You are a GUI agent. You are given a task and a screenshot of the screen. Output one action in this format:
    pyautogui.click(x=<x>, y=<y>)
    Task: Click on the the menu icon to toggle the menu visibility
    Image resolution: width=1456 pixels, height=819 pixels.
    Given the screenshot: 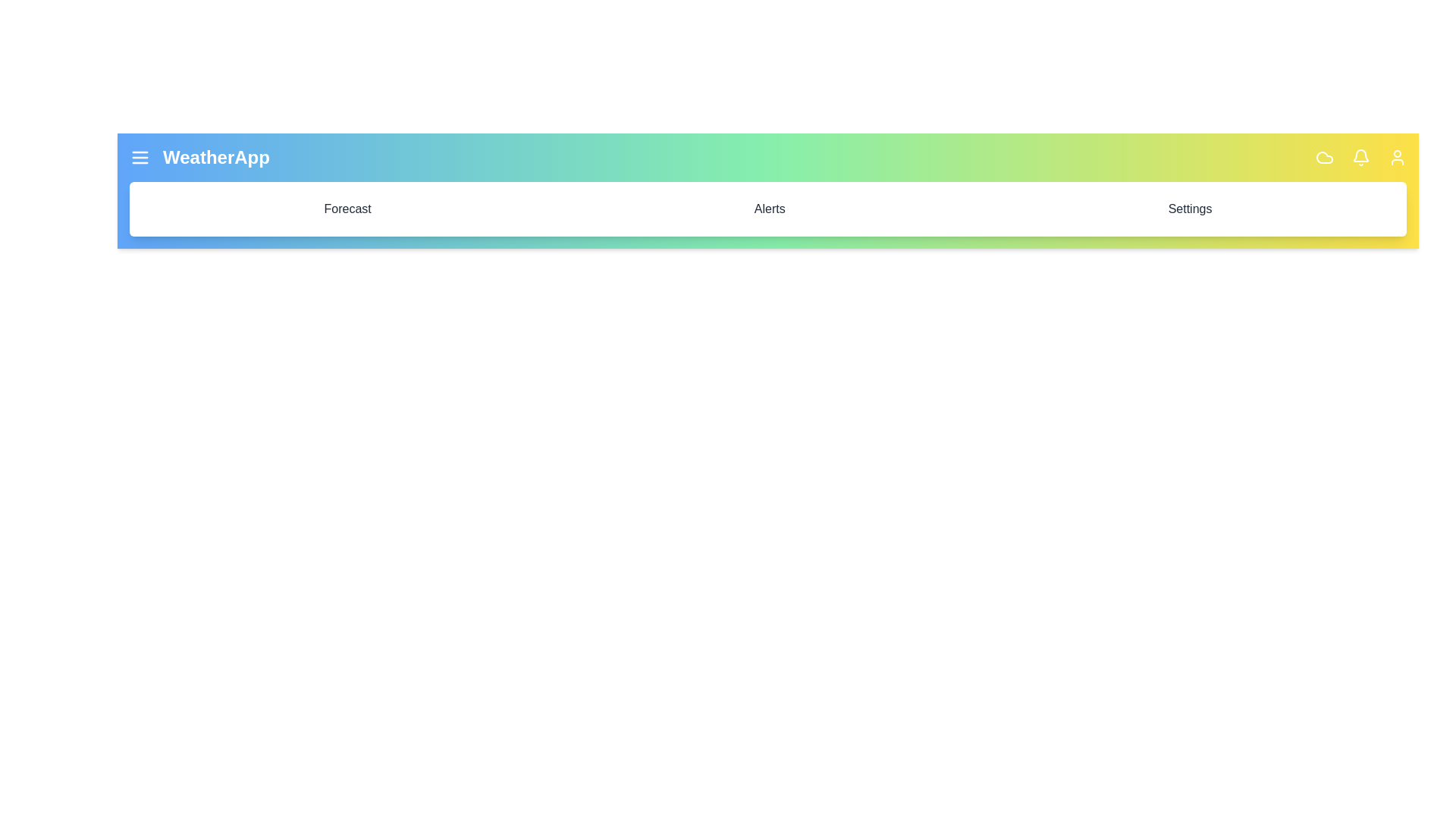 What is the action you would take?
    pyautogui.click(x=140, y=158)
    